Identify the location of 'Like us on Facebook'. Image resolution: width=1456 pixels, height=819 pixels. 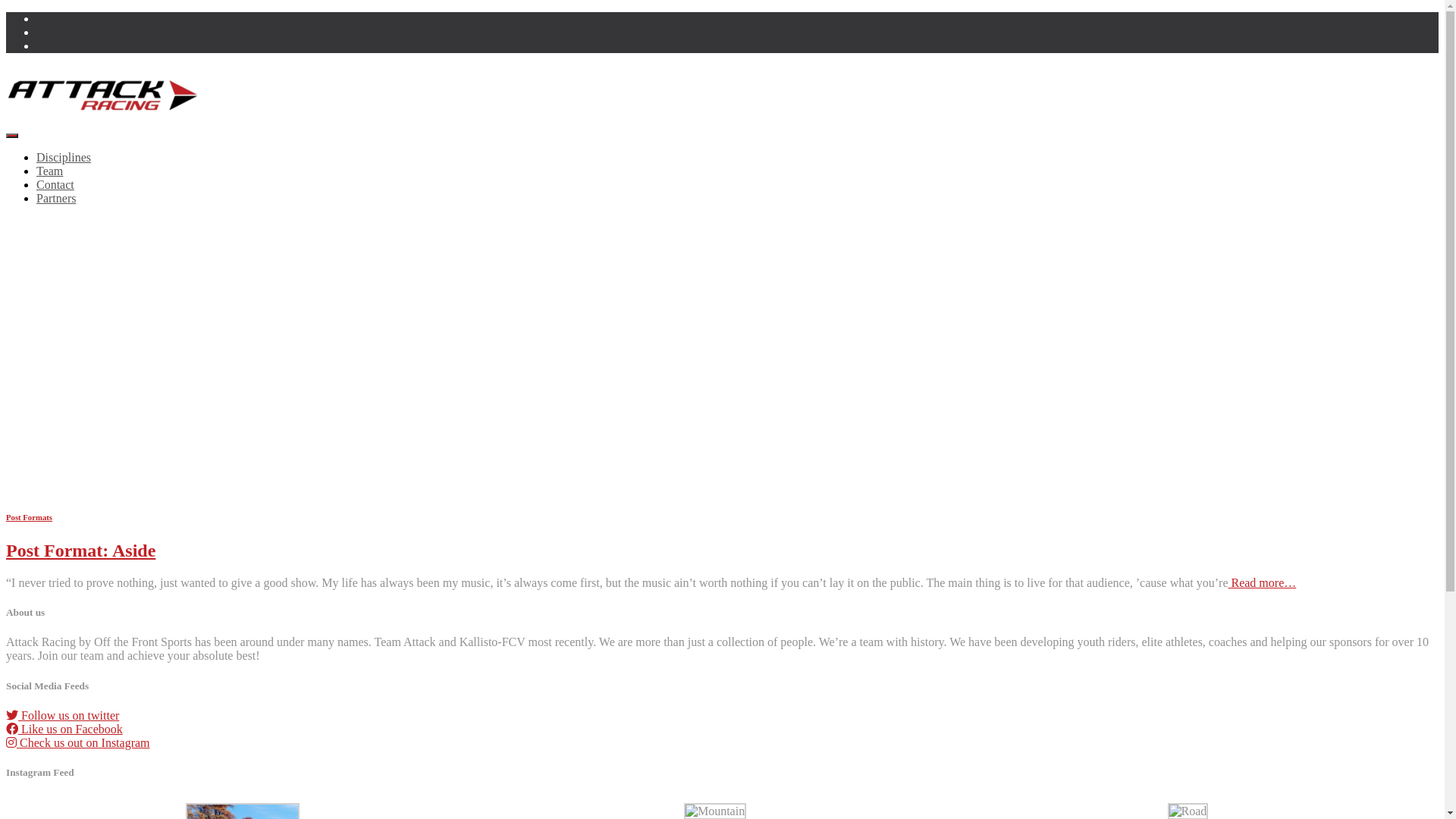
(64, 728).